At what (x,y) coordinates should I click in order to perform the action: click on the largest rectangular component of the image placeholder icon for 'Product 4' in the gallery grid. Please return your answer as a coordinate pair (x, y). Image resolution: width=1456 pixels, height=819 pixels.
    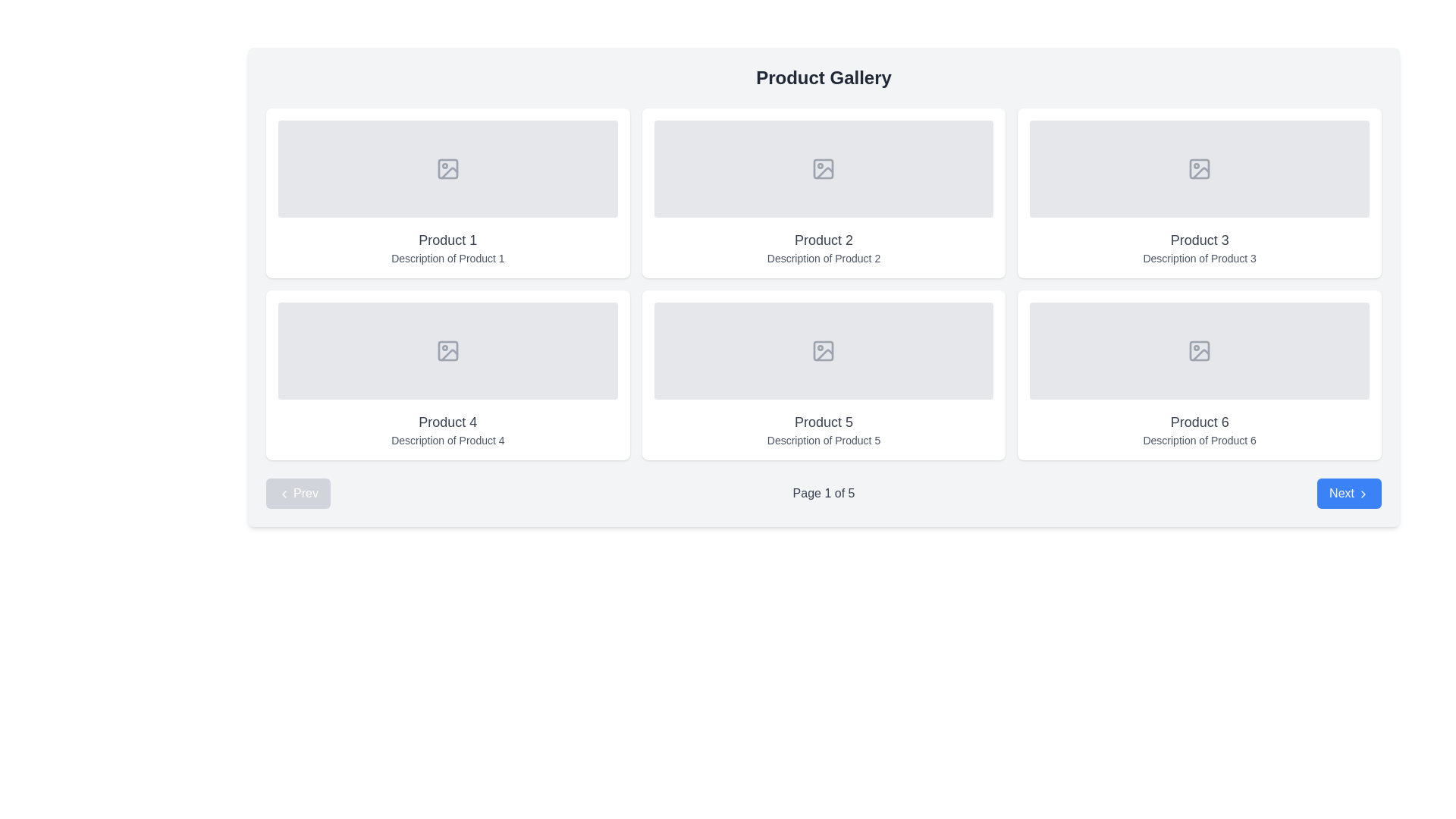
    Looking at the image, I should click on (447, 350).